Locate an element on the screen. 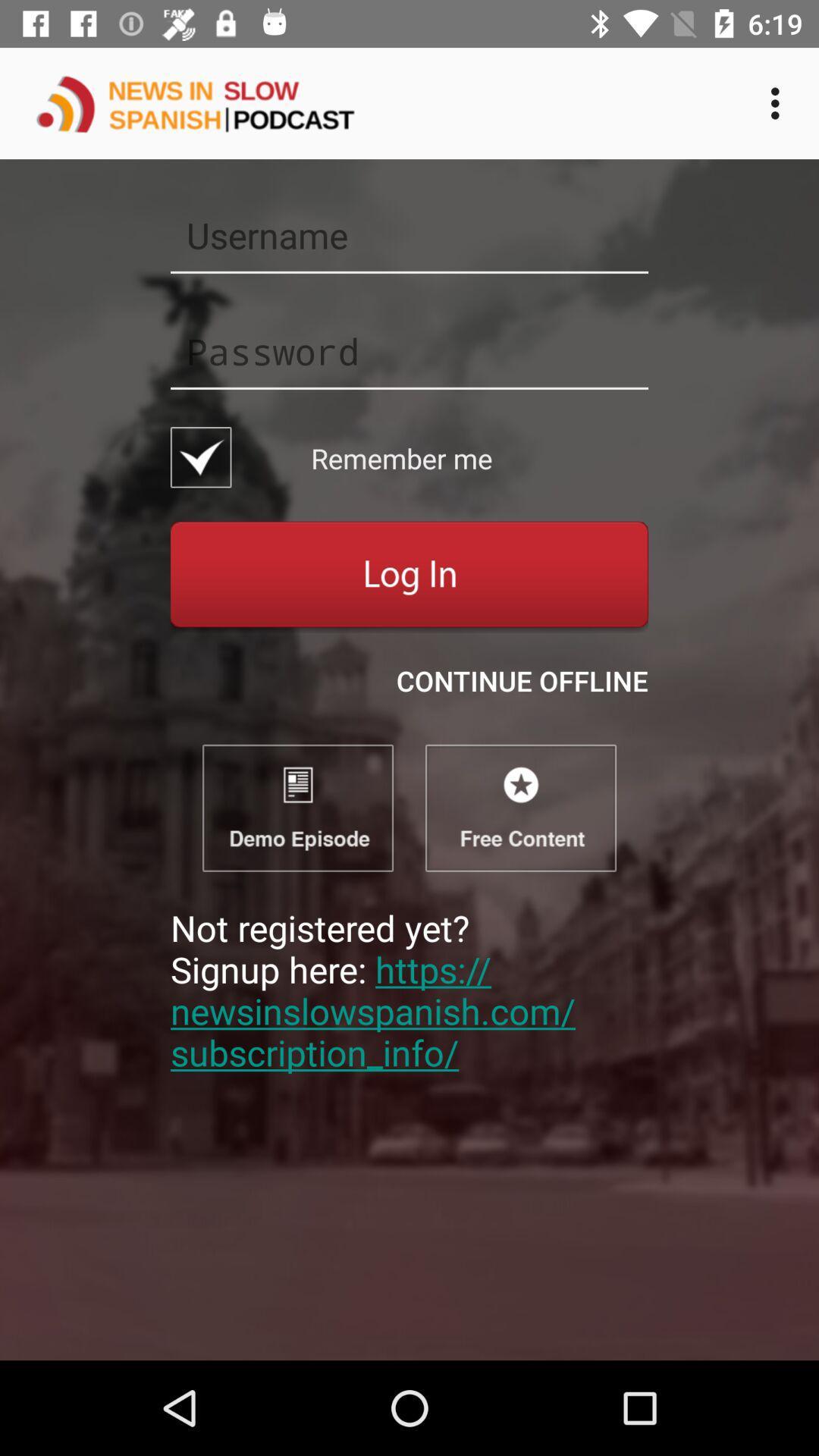 The width and height of the screenshot is (819, 1456). log in button is located at coordinates (409, 576).